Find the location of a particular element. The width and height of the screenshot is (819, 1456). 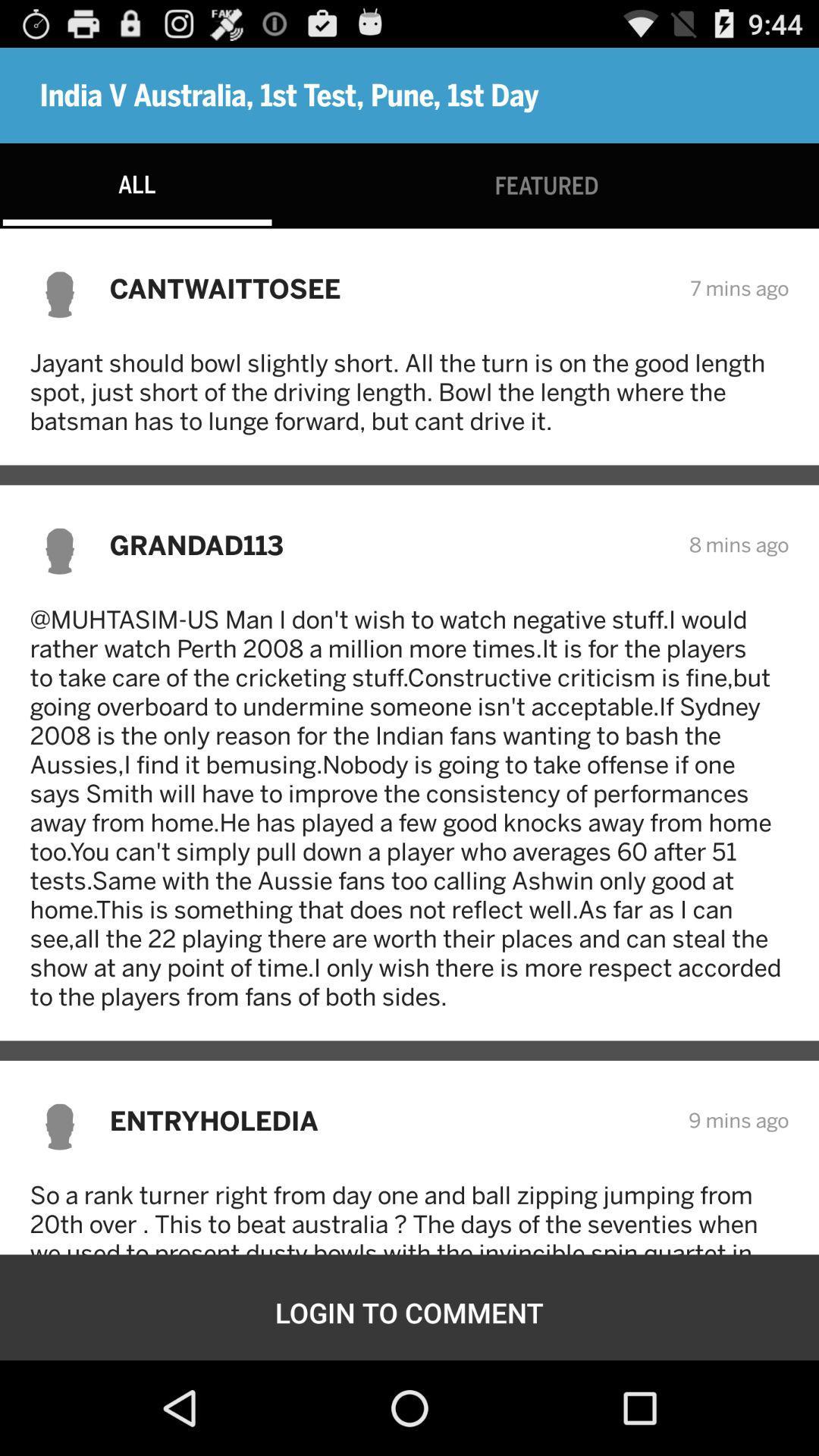

the grandad113 icon is located at coordinates (388, 544).